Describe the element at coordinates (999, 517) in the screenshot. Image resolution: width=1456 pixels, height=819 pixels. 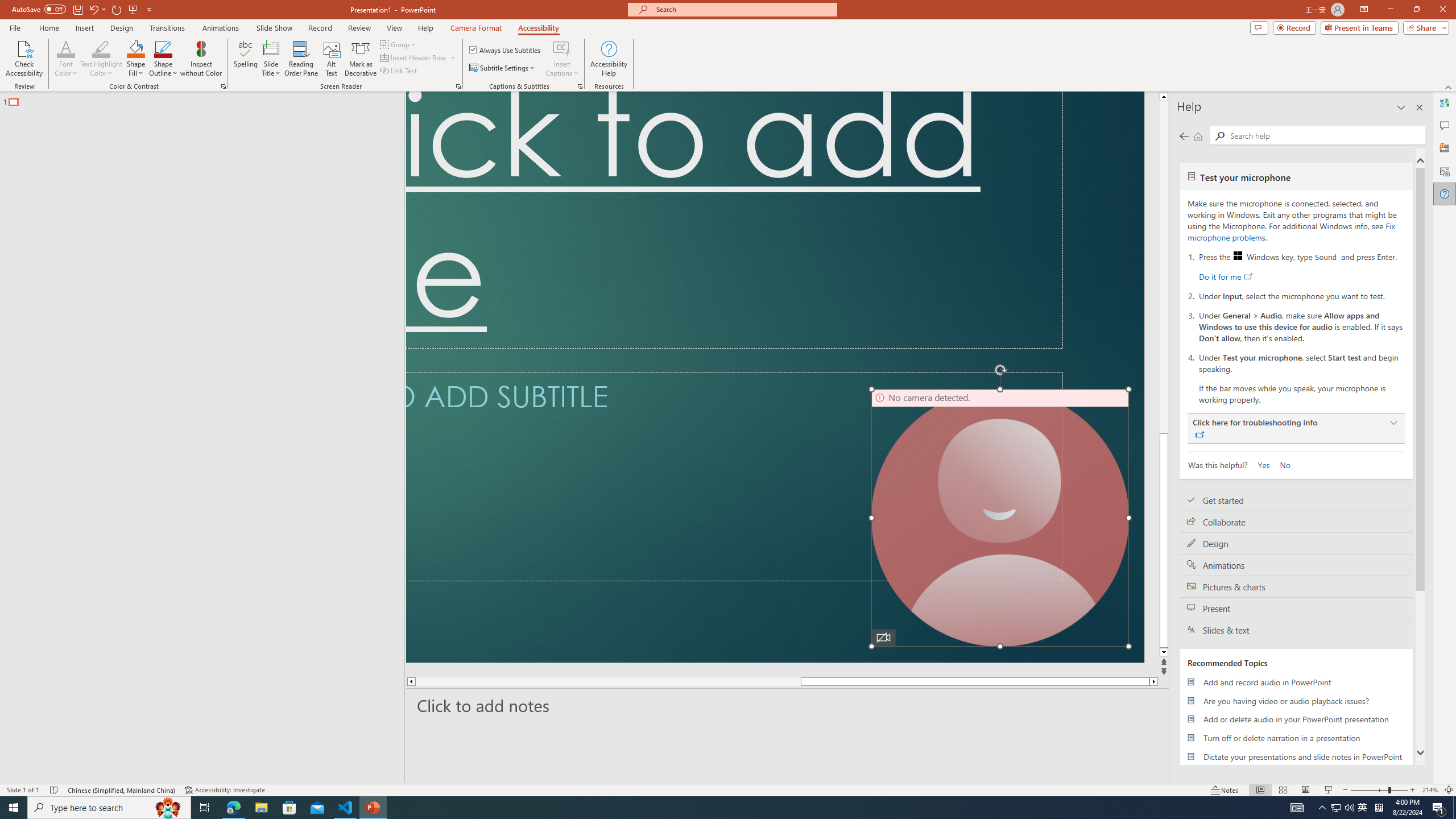
I see `'Camera 8, No camera detected.'` at that location.